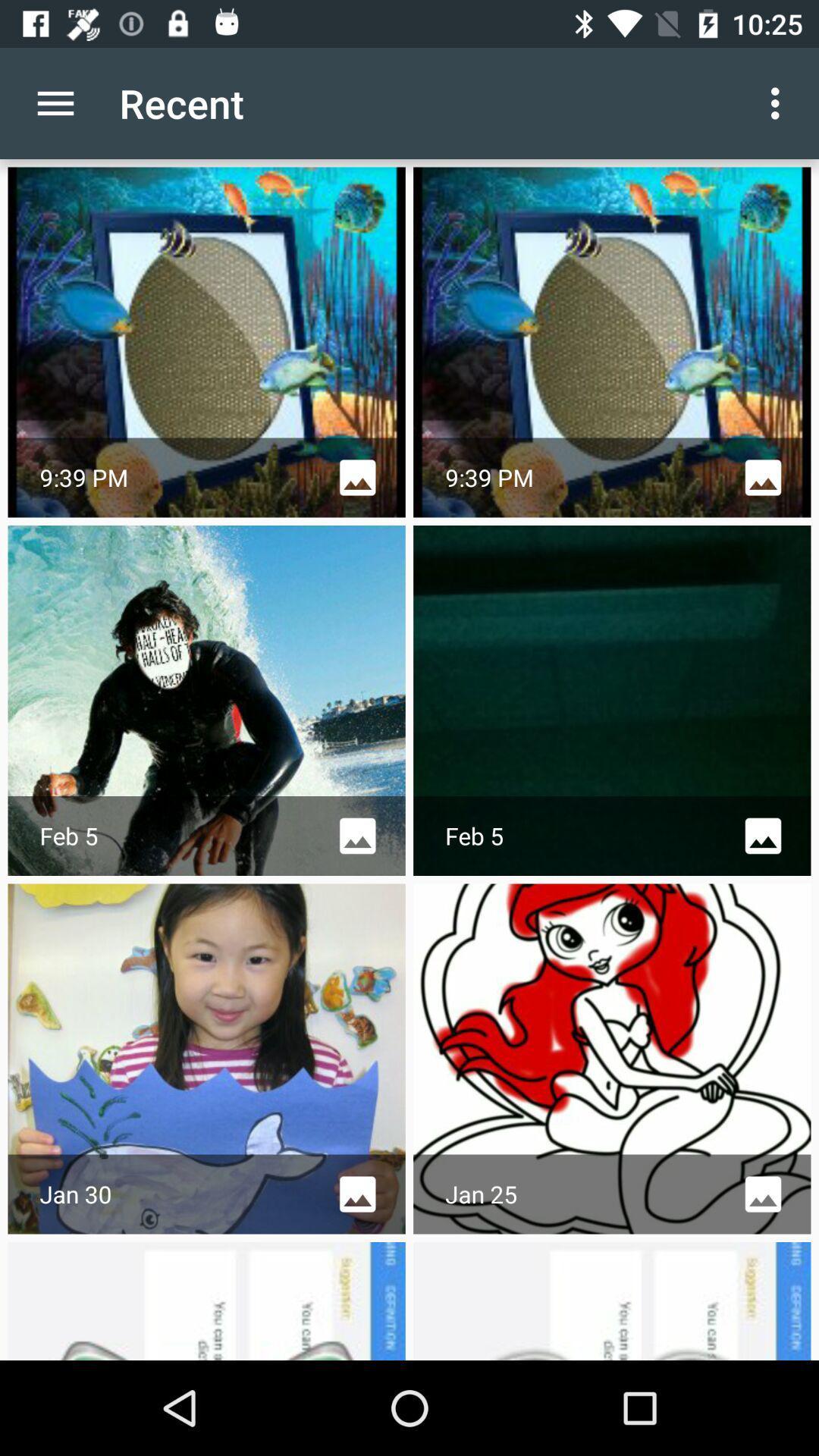 Image resolution: width=819 pixels, height=1456 pixels. I want to click on the image located at top right corner, so click(611, 341).